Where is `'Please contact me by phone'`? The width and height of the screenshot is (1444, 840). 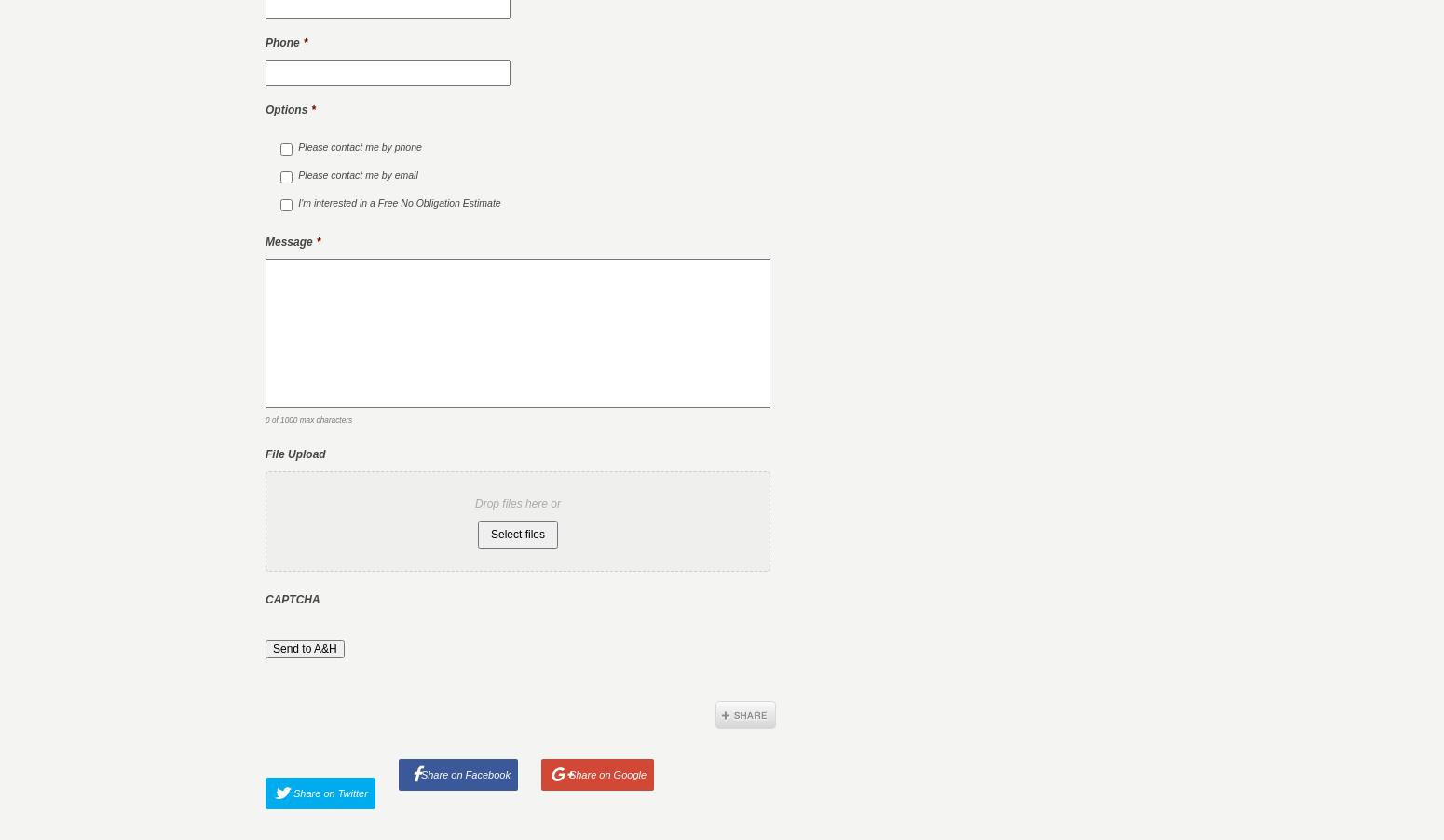 'Please contact me by phone' is located at coordinates (358, 146).